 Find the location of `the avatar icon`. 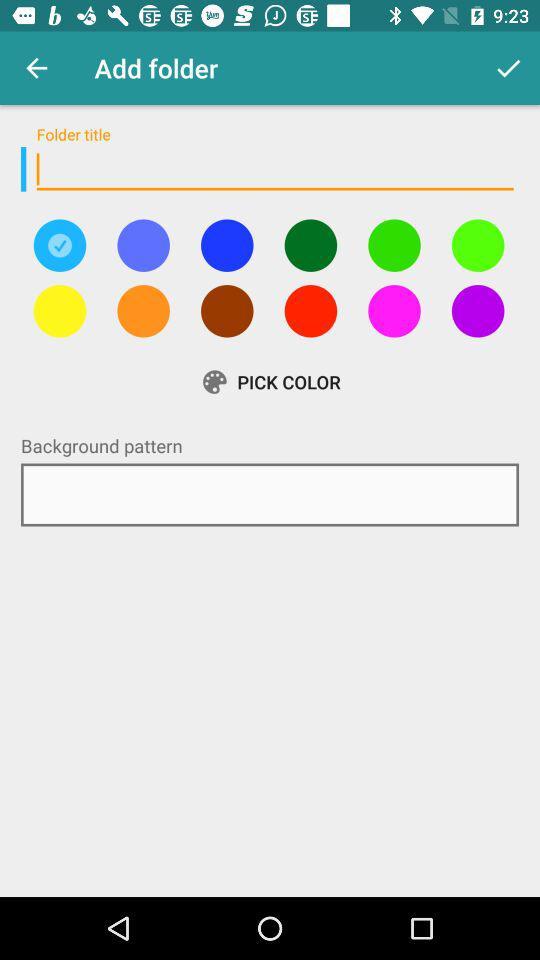

the avatar icon is located at coordinates (310, 311).